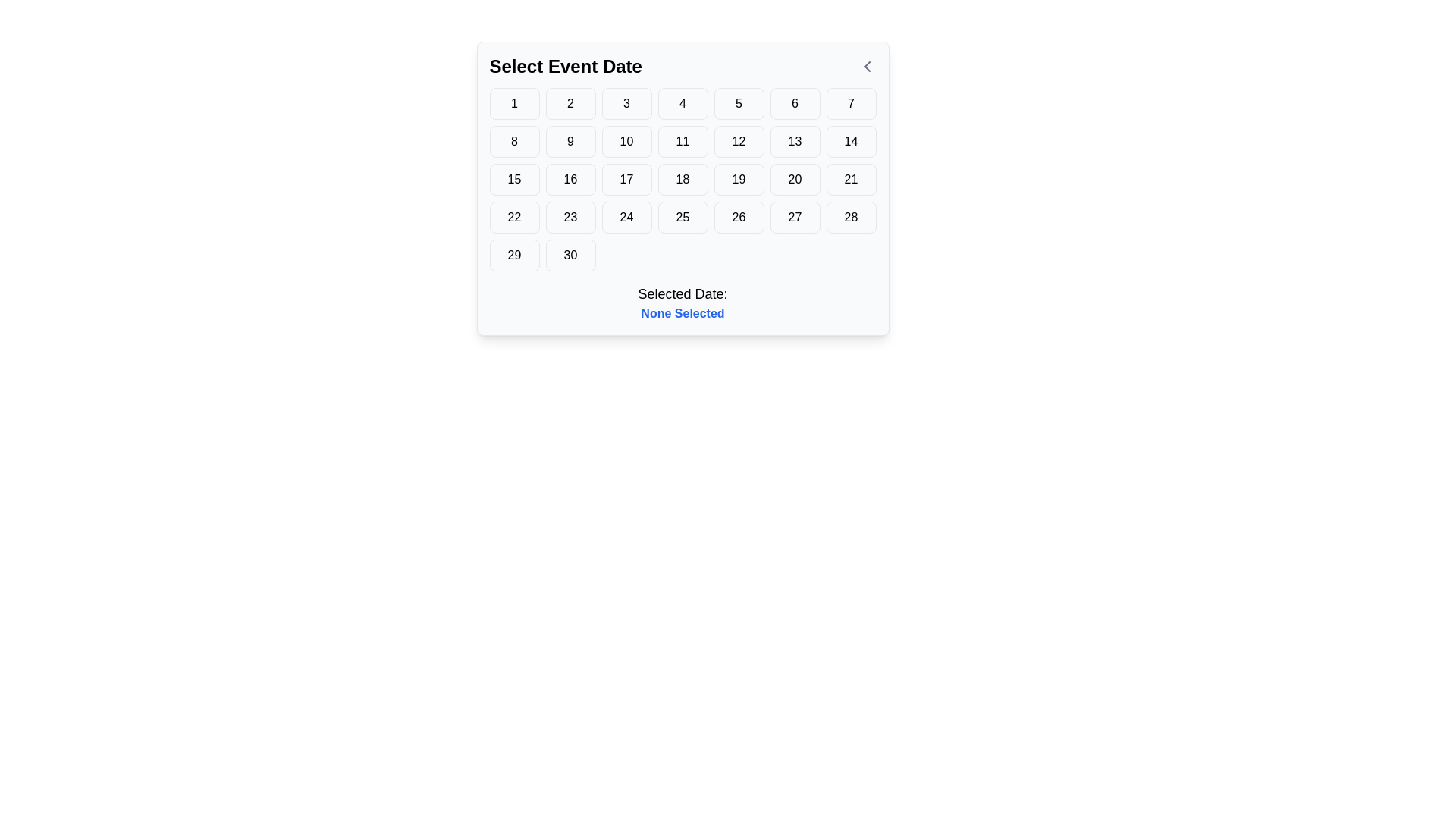 This screenshot has width=1456, height=819. What do you see at coordinates (514, 178) in the screenshot?
I see `the square button with a light gray background and the number '15' centered in black bold text, located in the 3rd row and 1st column of the grid in the 'Select Event Date' modal window` at bounding box center [514, 178].